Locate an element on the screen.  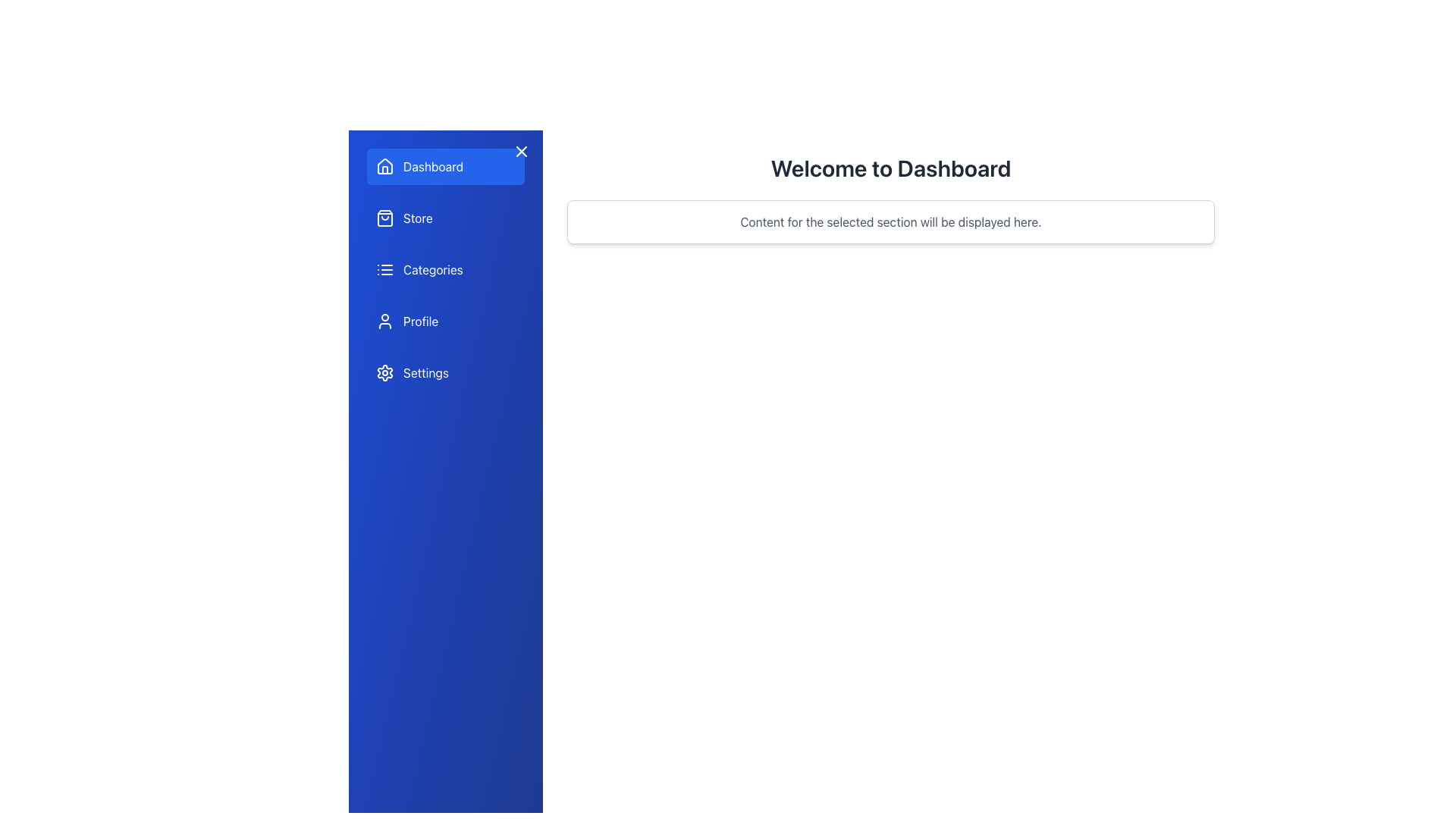
the Text Element displaying 'Content for the selected section will be displayed here.' in gray font, positioned in the center-right section of the interface is located at coordinates (891, 222).